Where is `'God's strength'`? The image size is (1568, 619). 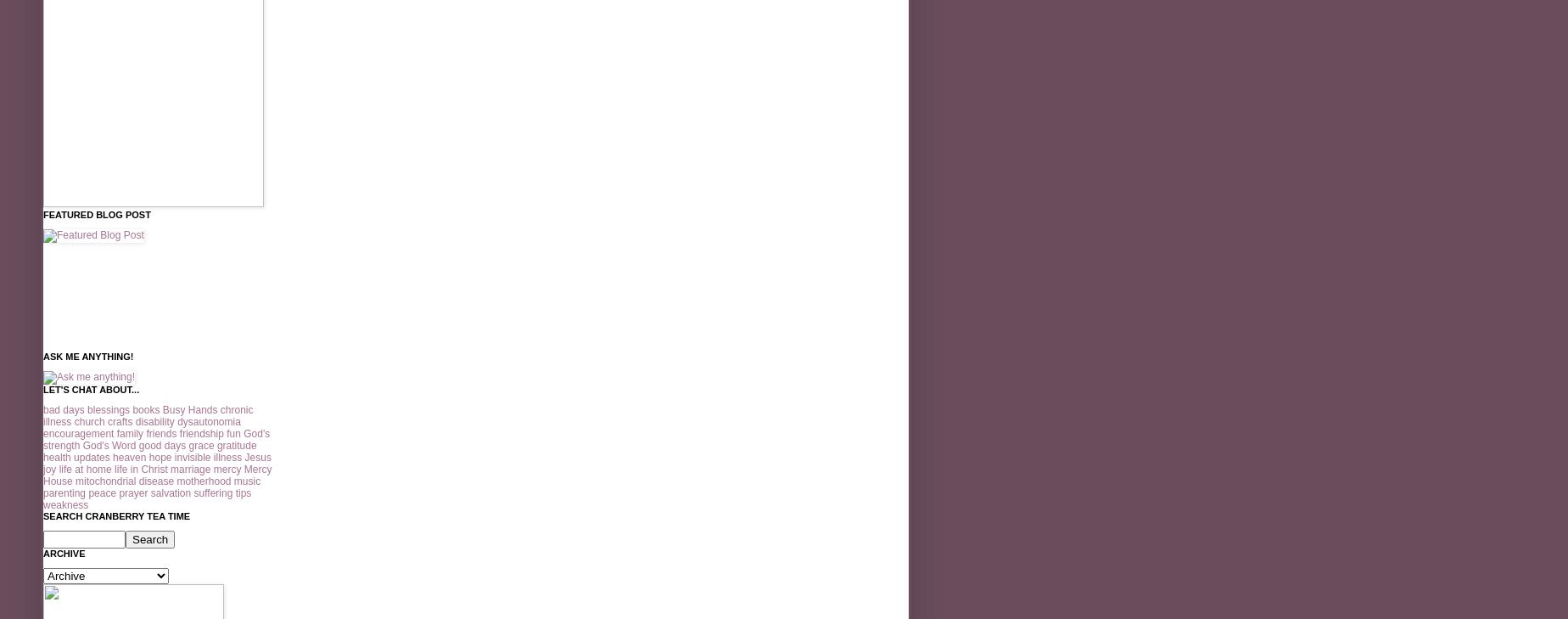
'God's strength' is located at coordinates (156, 440).